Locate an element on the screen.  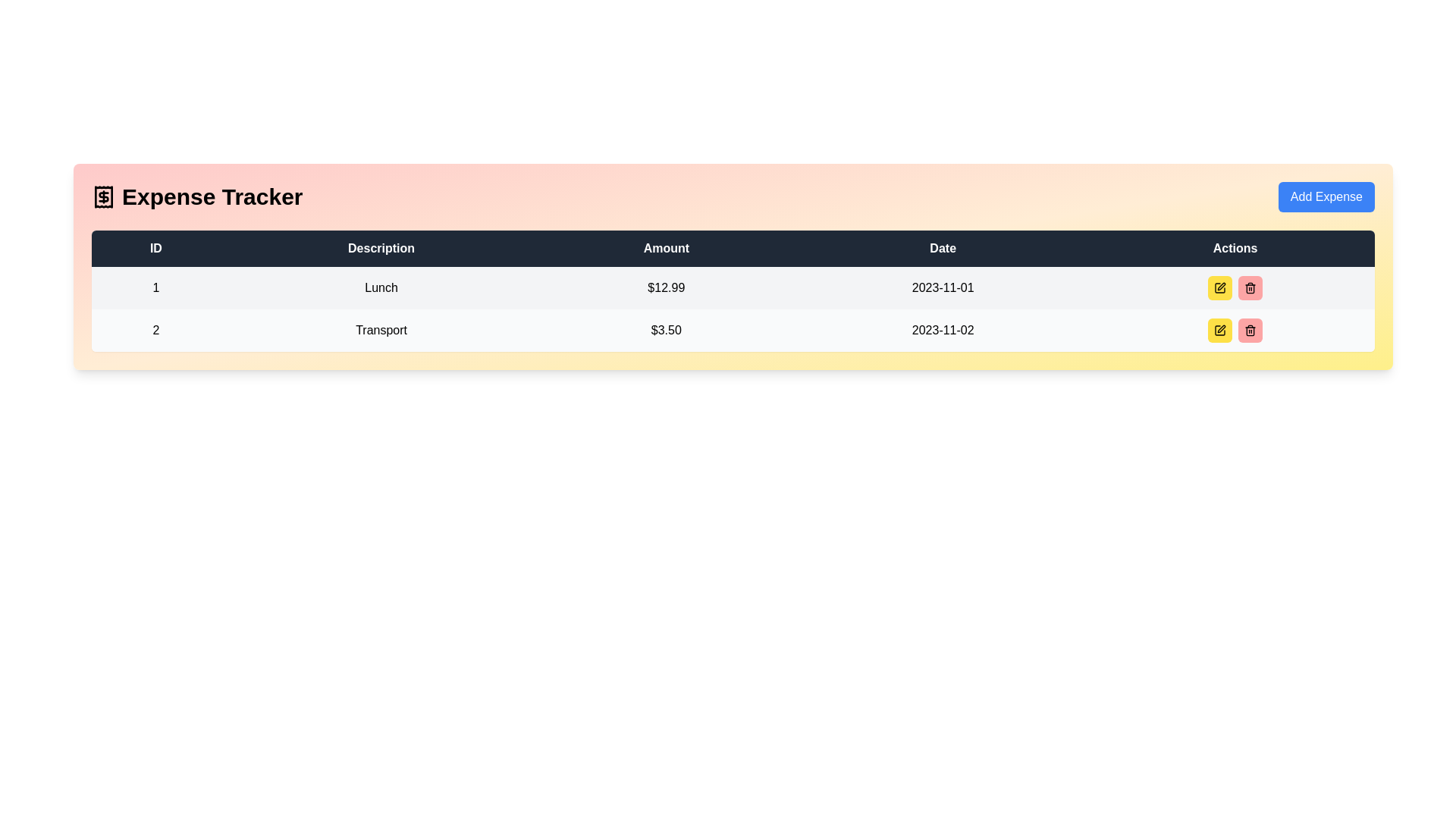
the static text element displaying the number '1' in the first row of the 'ID' column of the table is located at coordinates (155, 288).